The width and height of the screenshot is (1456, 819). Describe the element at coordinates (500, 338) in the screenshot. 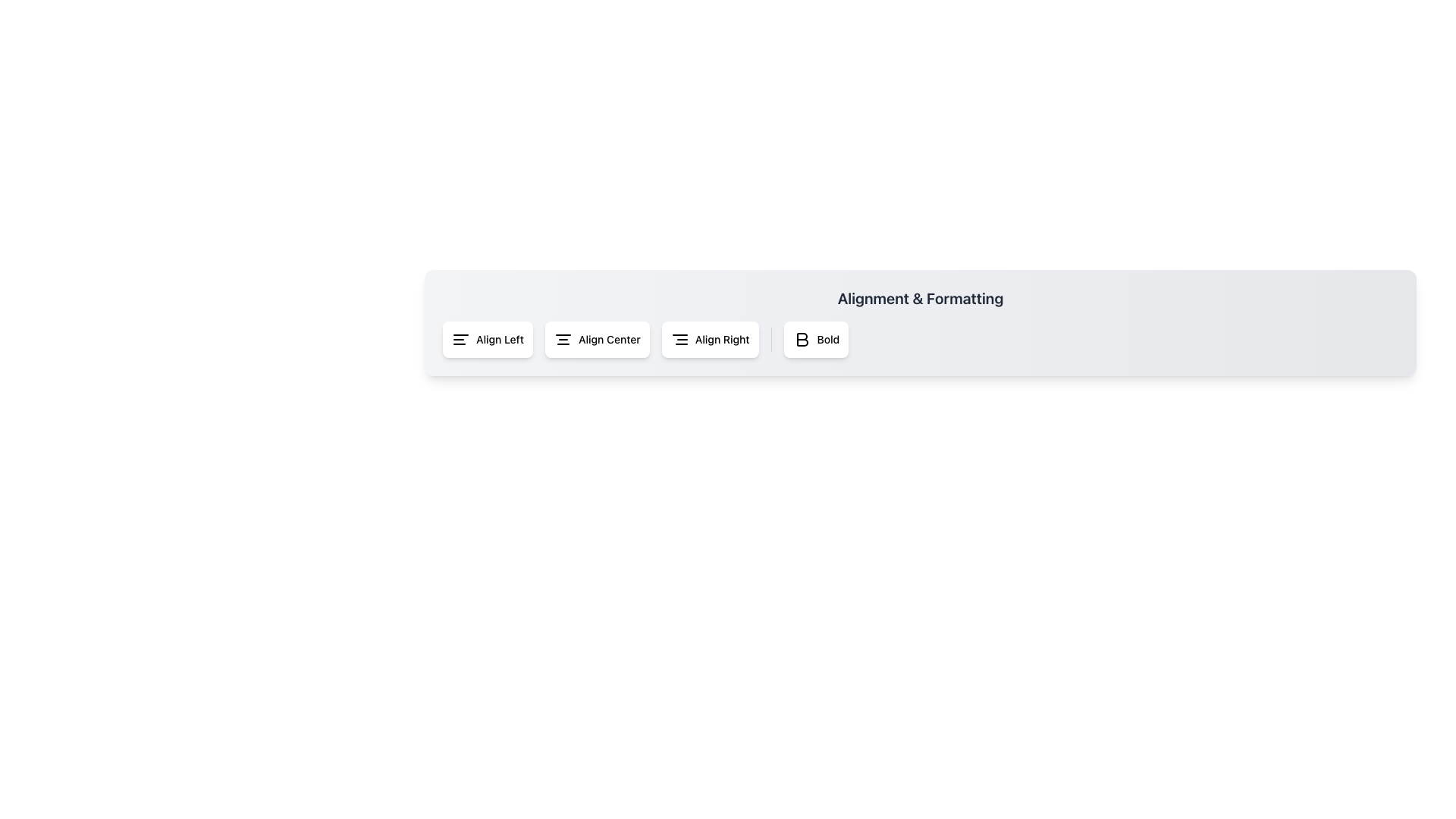

I see `the 'Align Left' text label located in the alignment and formatting toolbar, which is styled with a medium-weight font and positioned next to a left-alignment icon` at that location.